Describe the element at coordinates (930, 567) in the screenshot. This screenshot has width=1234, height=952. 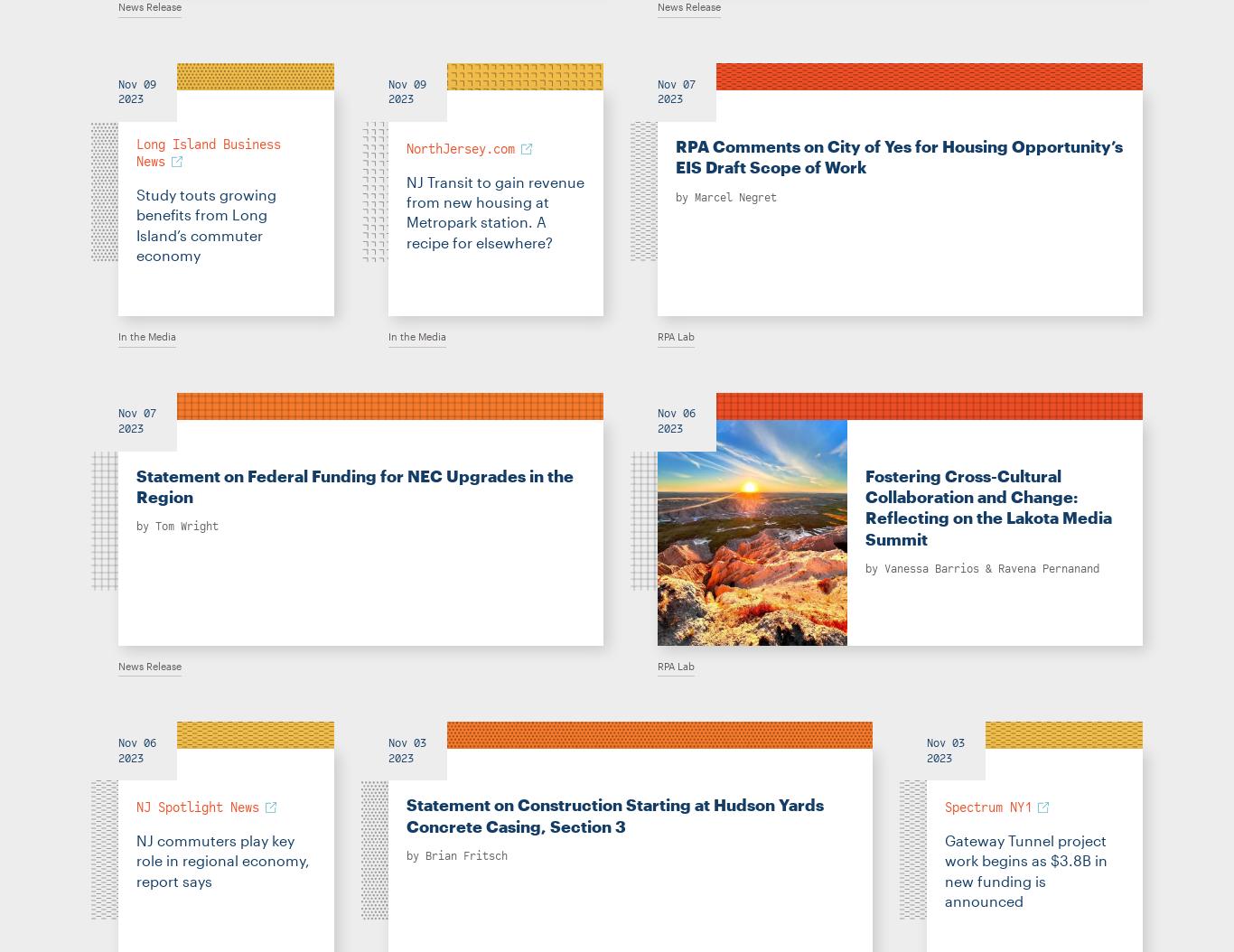
I see `'Vanessa Barrios'` at that location.